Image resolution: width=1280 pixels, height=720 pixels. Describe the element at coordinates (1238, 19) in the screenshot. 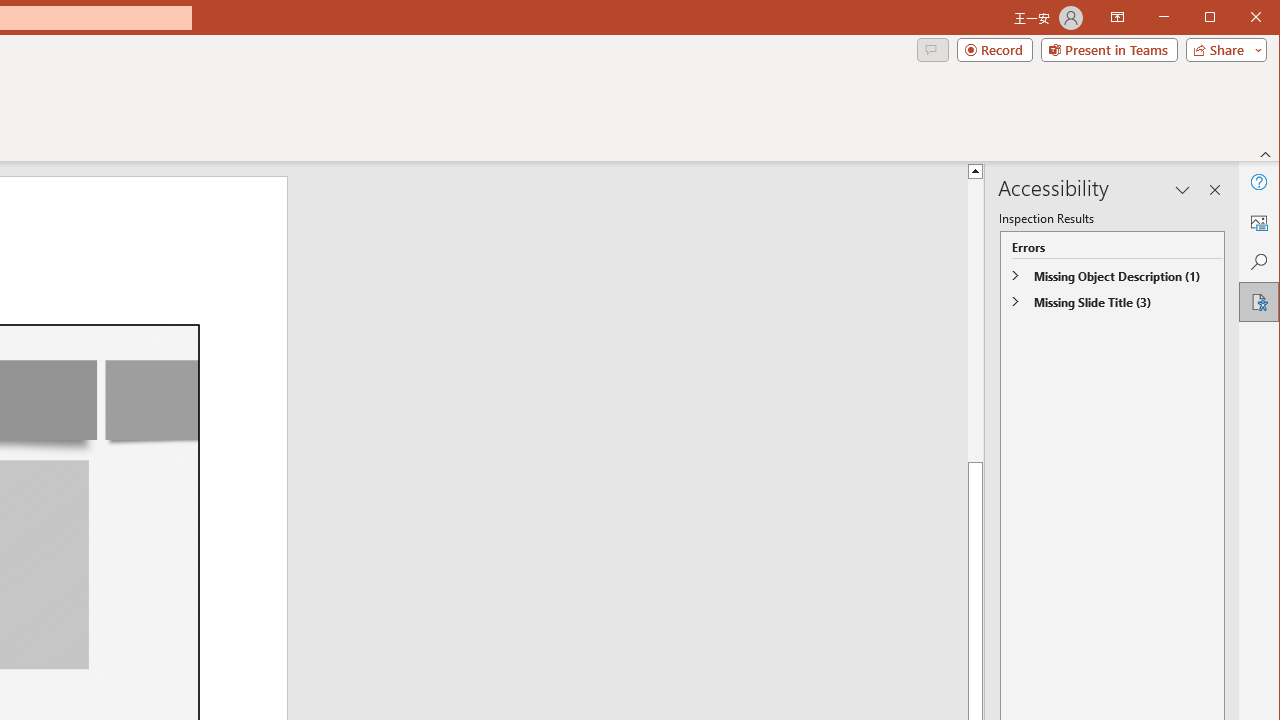

I see `'Maximize'` at that location.